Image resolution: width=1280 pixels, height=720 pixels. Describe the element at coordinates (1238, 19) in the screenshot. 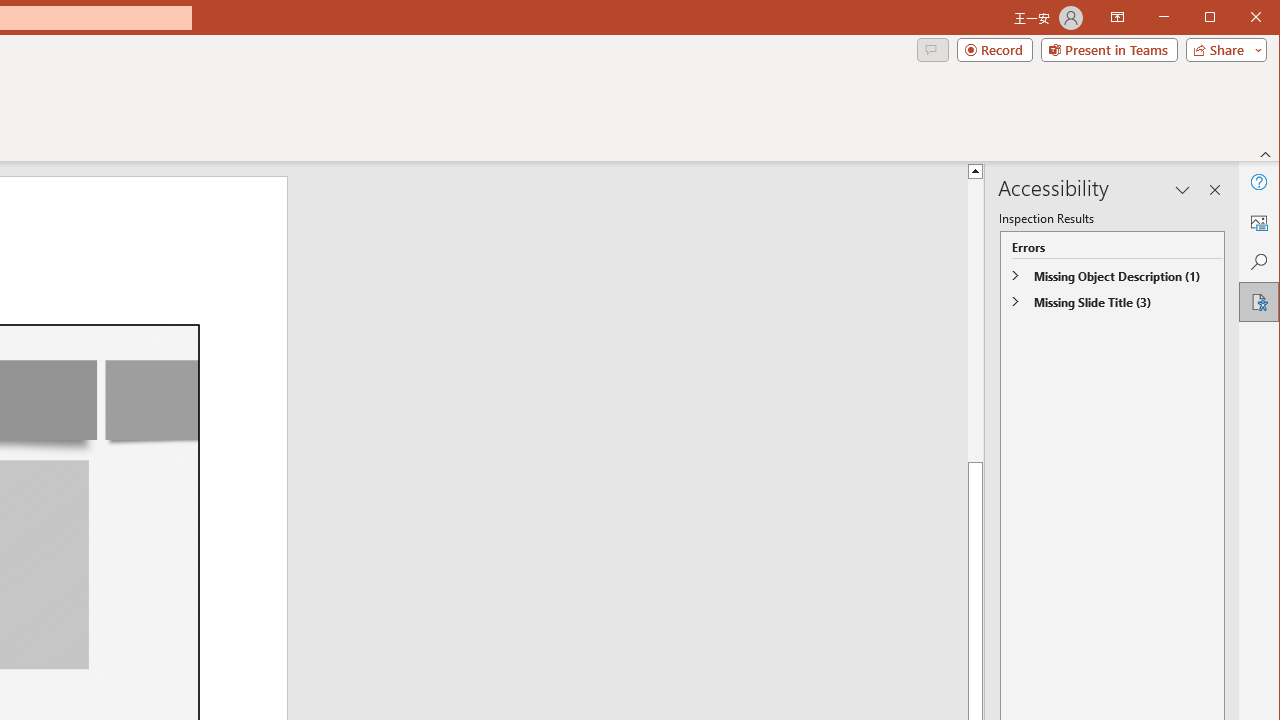

I see `'Maximize'` at that location.